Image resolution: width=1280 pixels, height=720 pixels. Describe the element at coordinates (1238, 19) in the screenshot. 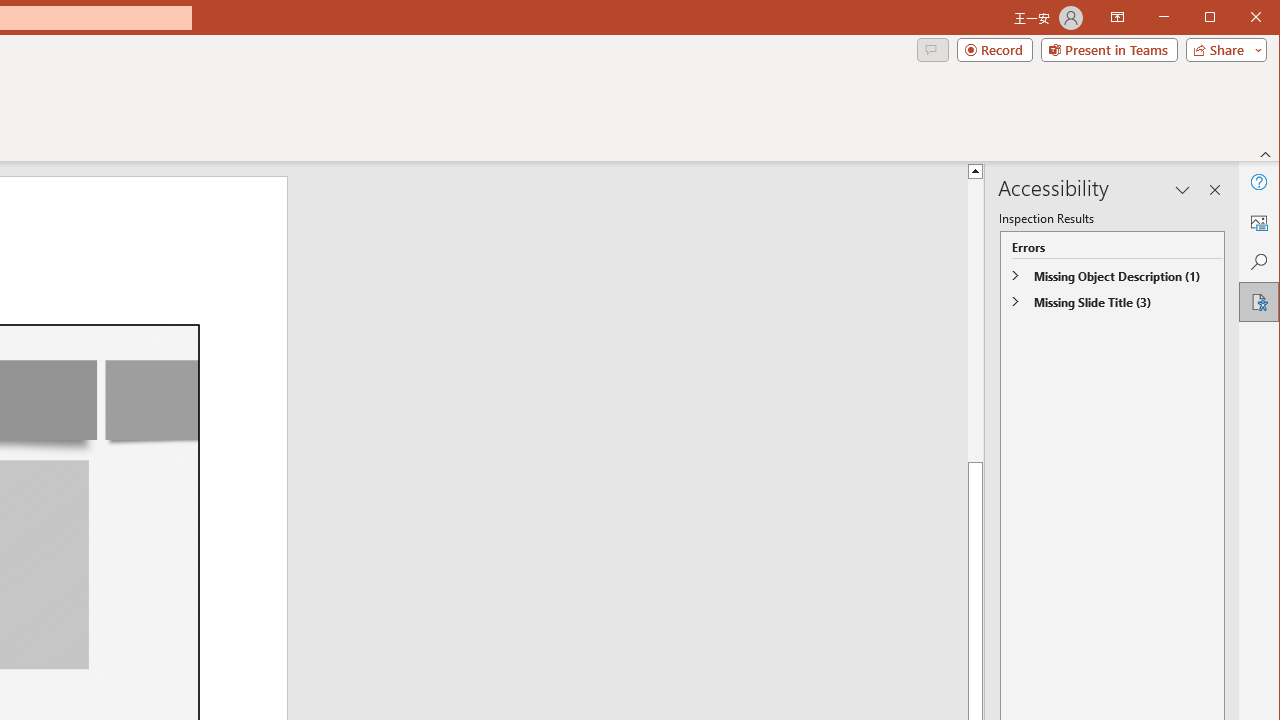

I see `'Maximize'` at that location.